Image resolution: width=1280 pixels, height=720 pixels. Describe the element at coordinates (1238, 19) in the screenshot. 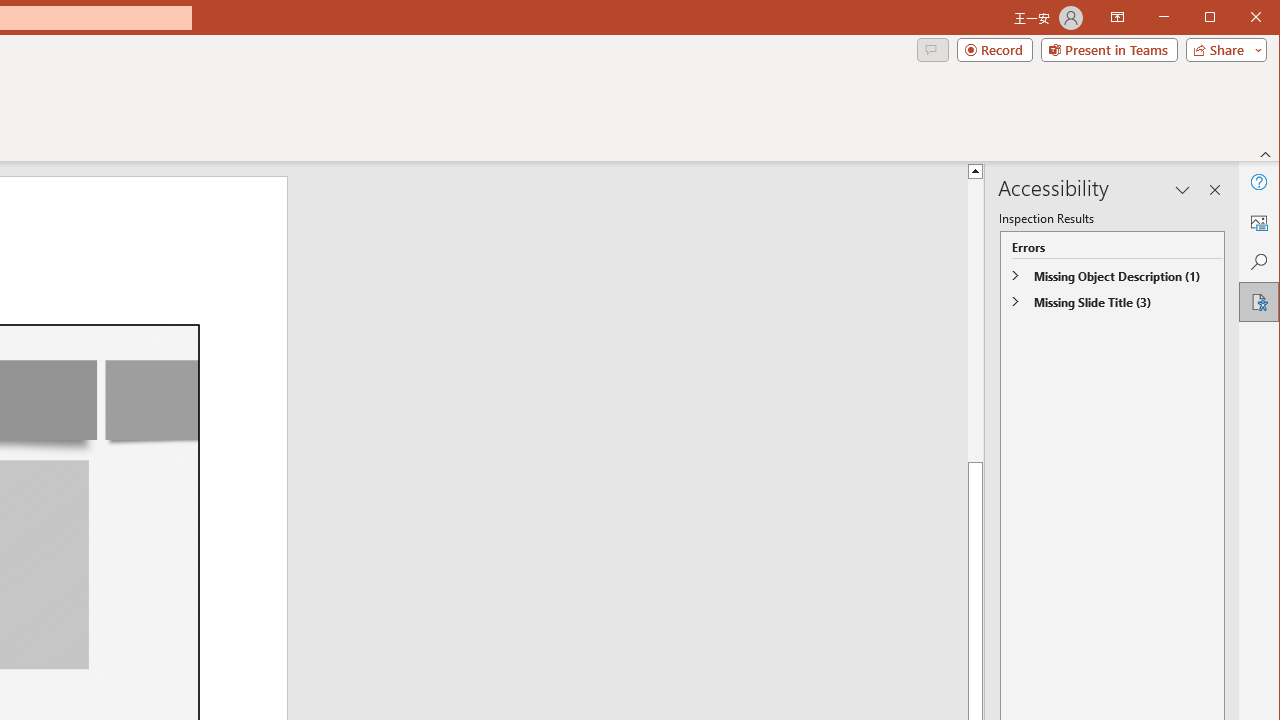

I see `'Maximize'` at that location.